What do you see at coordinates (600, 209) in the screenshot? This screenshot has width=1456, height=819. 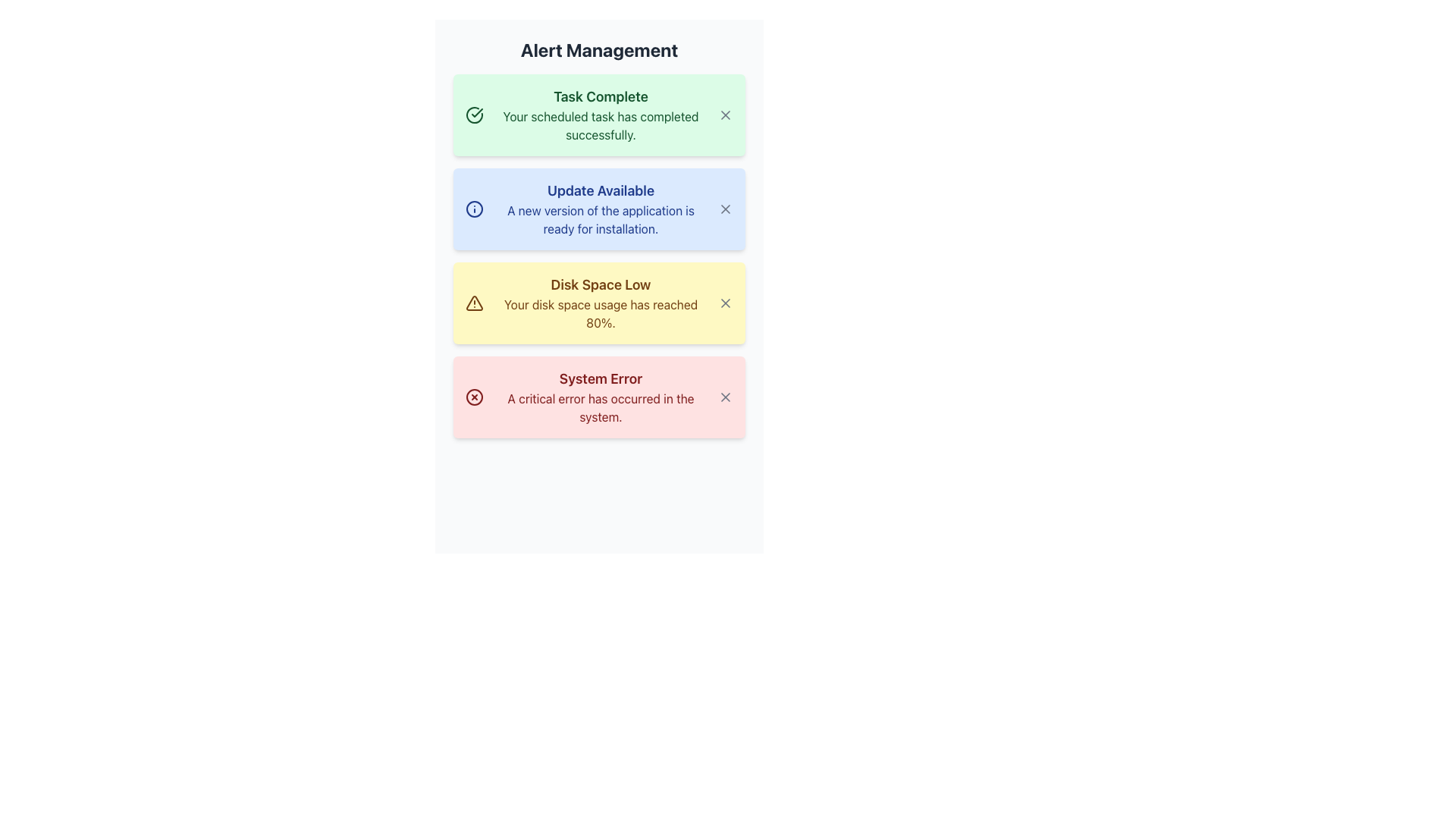 I see `message displayed in the text block titled 'Update Available', which contains the subtitle 'A new version of the application is ready for installation.'` at bounding box center [600, 209].